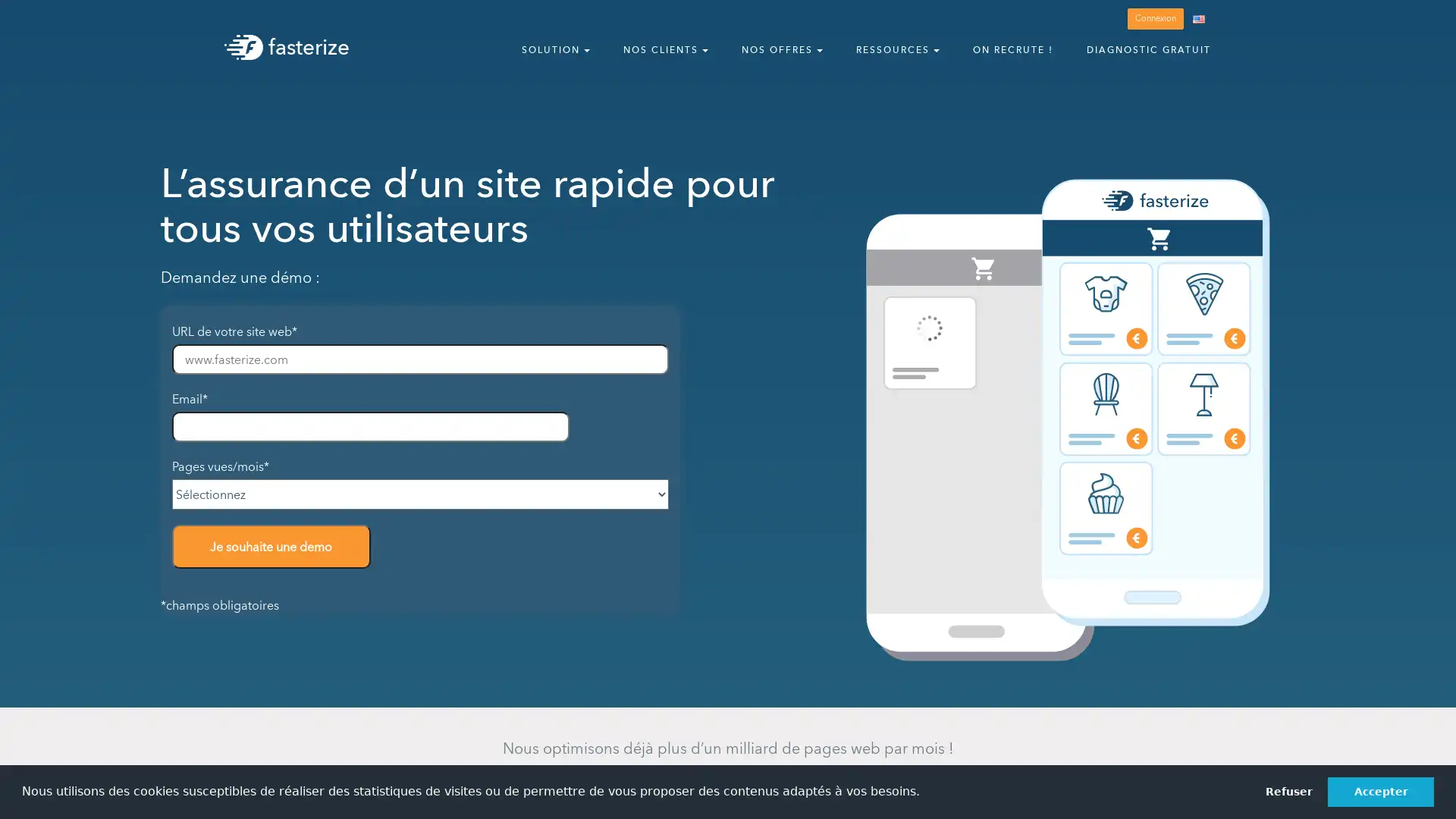 The height and width of the screenshot is (819, 1456). What do you see at coordinates (1288, 791) in the screenshot?
I see `dismiss cookie message` at bounding box center [1288, 791].